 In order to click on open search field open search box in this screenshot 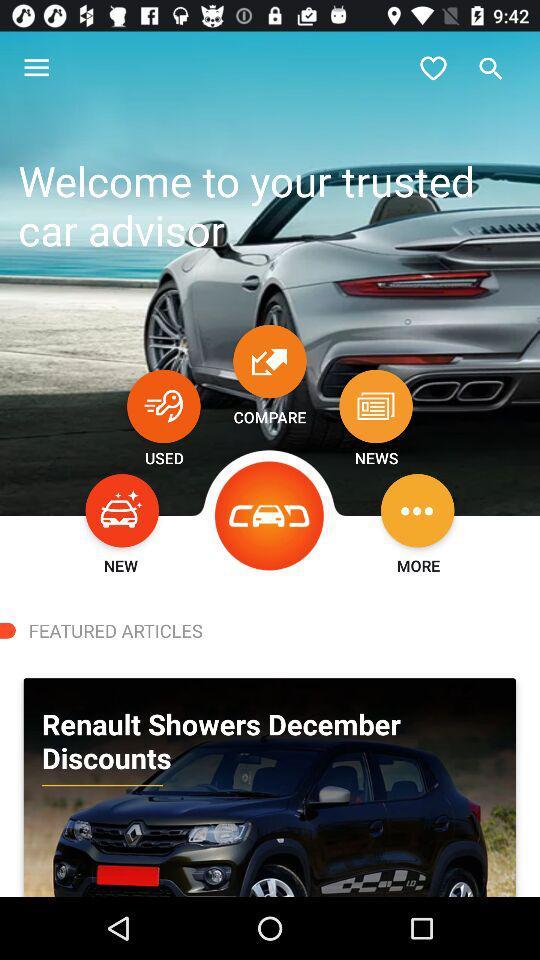, I will do `click(490, 68)`.